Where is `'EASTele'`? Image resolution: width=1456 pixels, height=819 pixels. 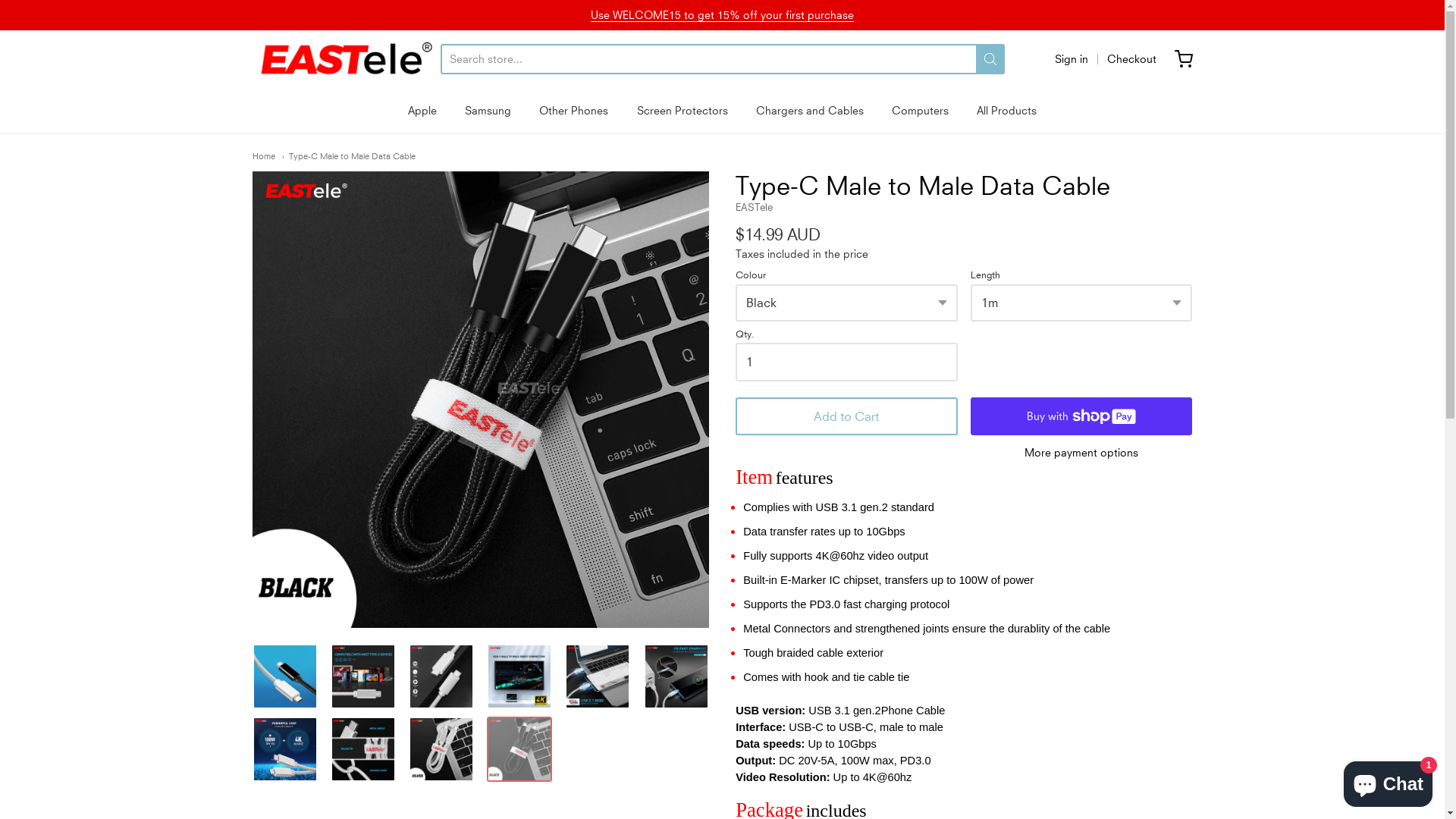 'EASTele' is located at coordinates (345, 58).